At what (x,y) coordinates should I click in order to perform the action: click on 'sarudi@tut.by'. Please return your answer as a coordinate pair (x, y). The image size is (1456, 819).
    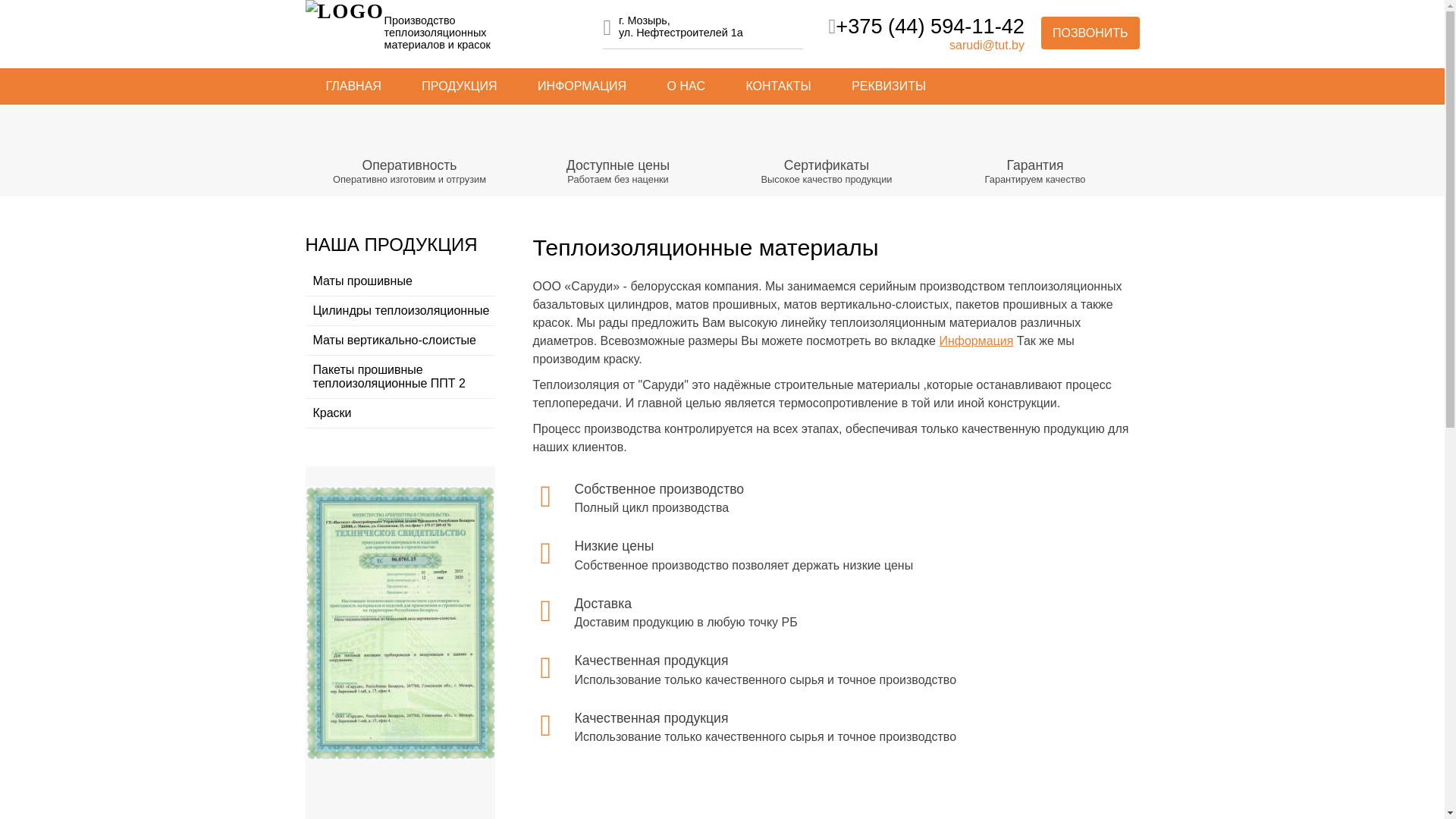
    Looking at the image, I should click on (987, 44).